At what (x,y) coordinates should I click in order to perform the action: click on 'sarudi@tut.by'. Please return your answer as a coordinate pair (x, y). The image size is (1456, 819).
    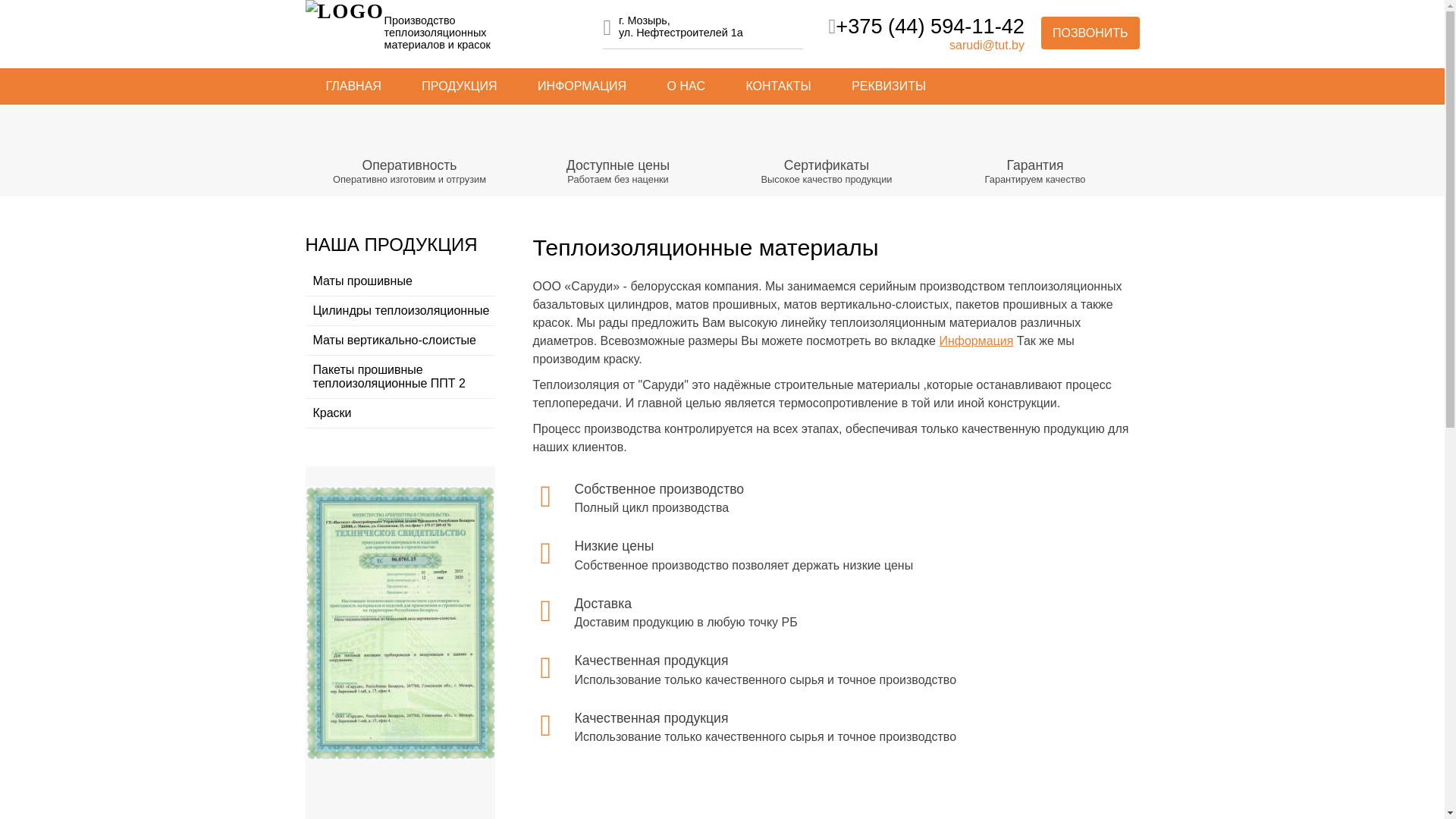
    Looking at the image, I should click on (987, 44).